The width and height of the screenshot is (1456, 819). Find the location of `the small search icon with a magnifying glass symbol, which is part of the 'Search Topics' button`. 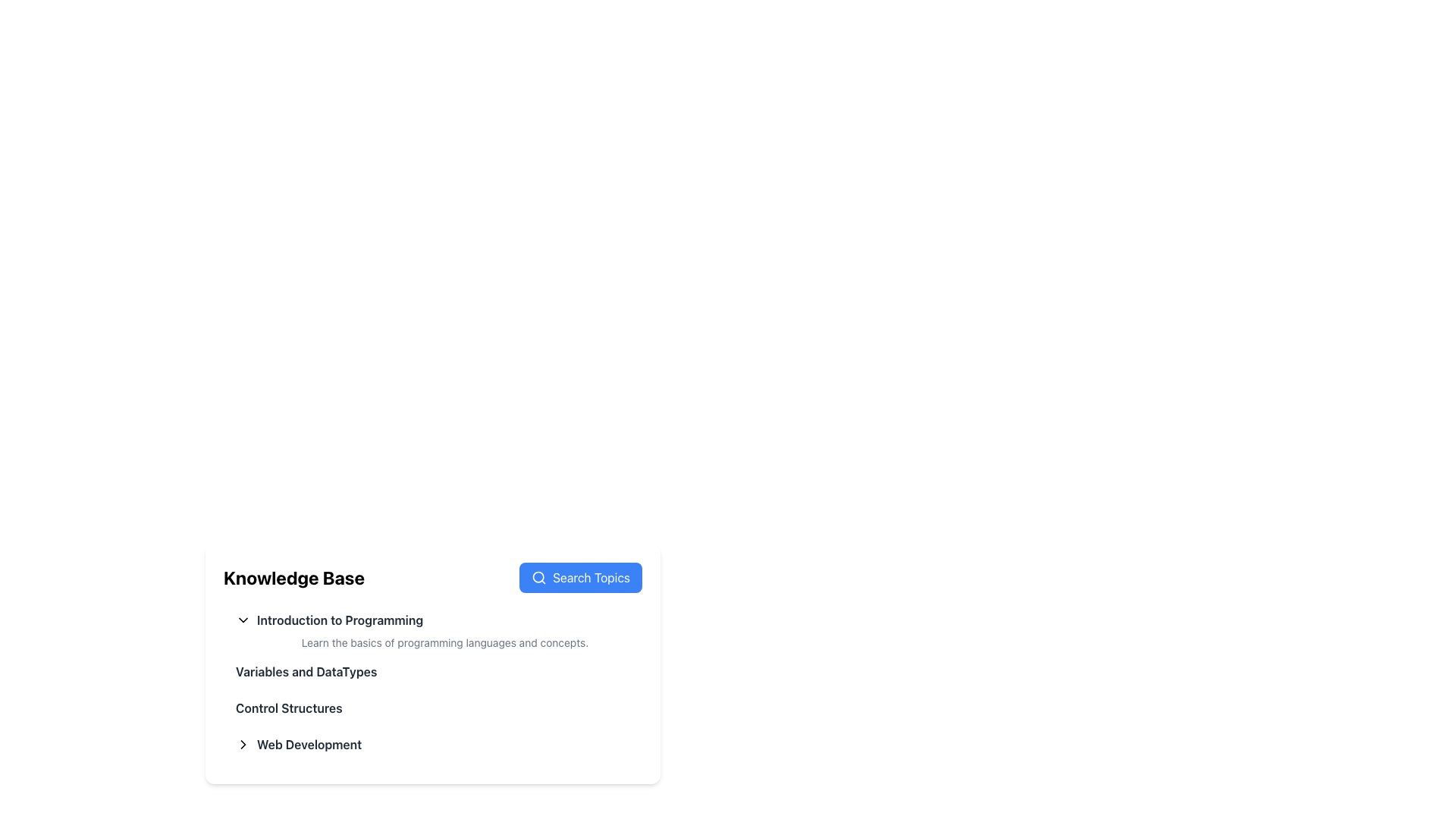

the small search icon with a magnifying glass symbol, which is part of the 'Search Topics' button is located at coordinates (539, 578).